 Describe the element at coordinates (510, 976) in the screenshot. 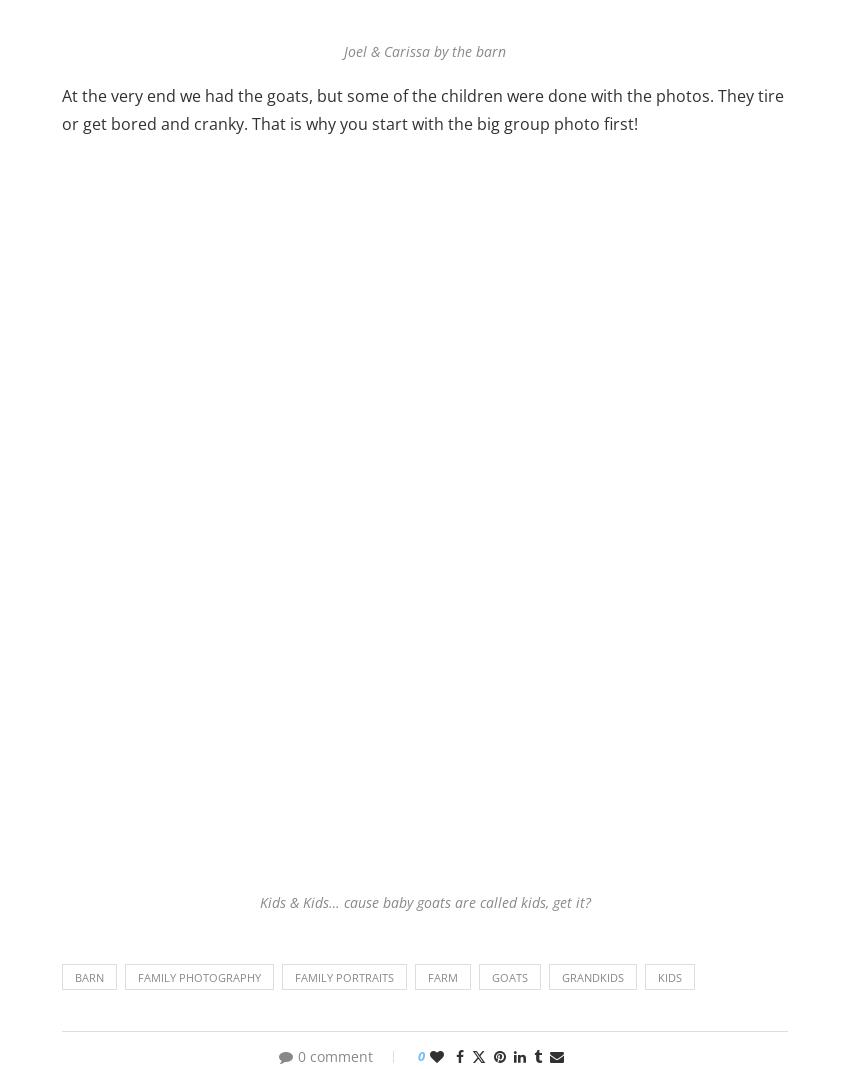

I see `'goats'` at that location.